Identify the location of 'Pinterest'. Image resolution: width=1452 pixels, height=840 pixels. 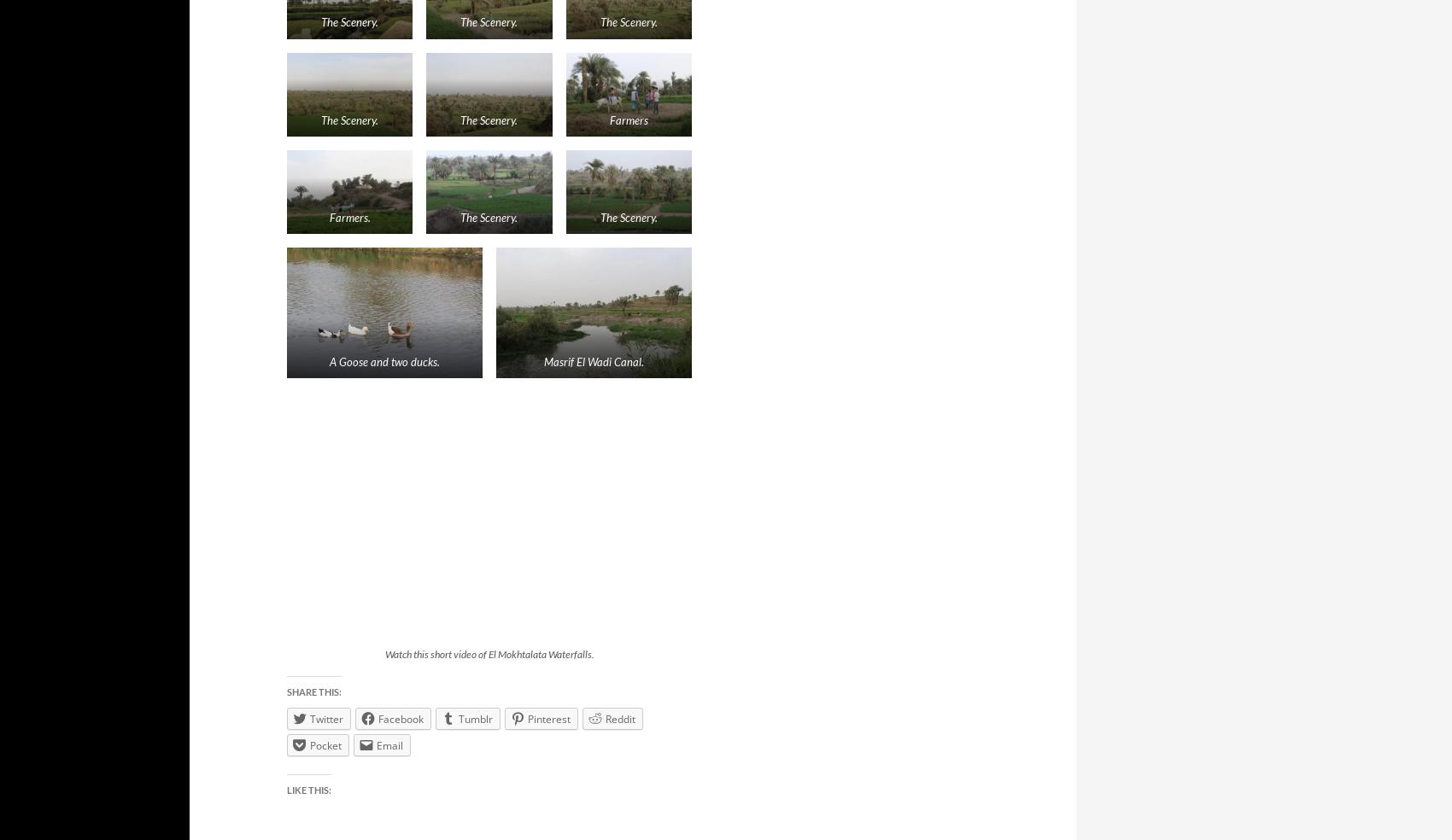
(526, 717).